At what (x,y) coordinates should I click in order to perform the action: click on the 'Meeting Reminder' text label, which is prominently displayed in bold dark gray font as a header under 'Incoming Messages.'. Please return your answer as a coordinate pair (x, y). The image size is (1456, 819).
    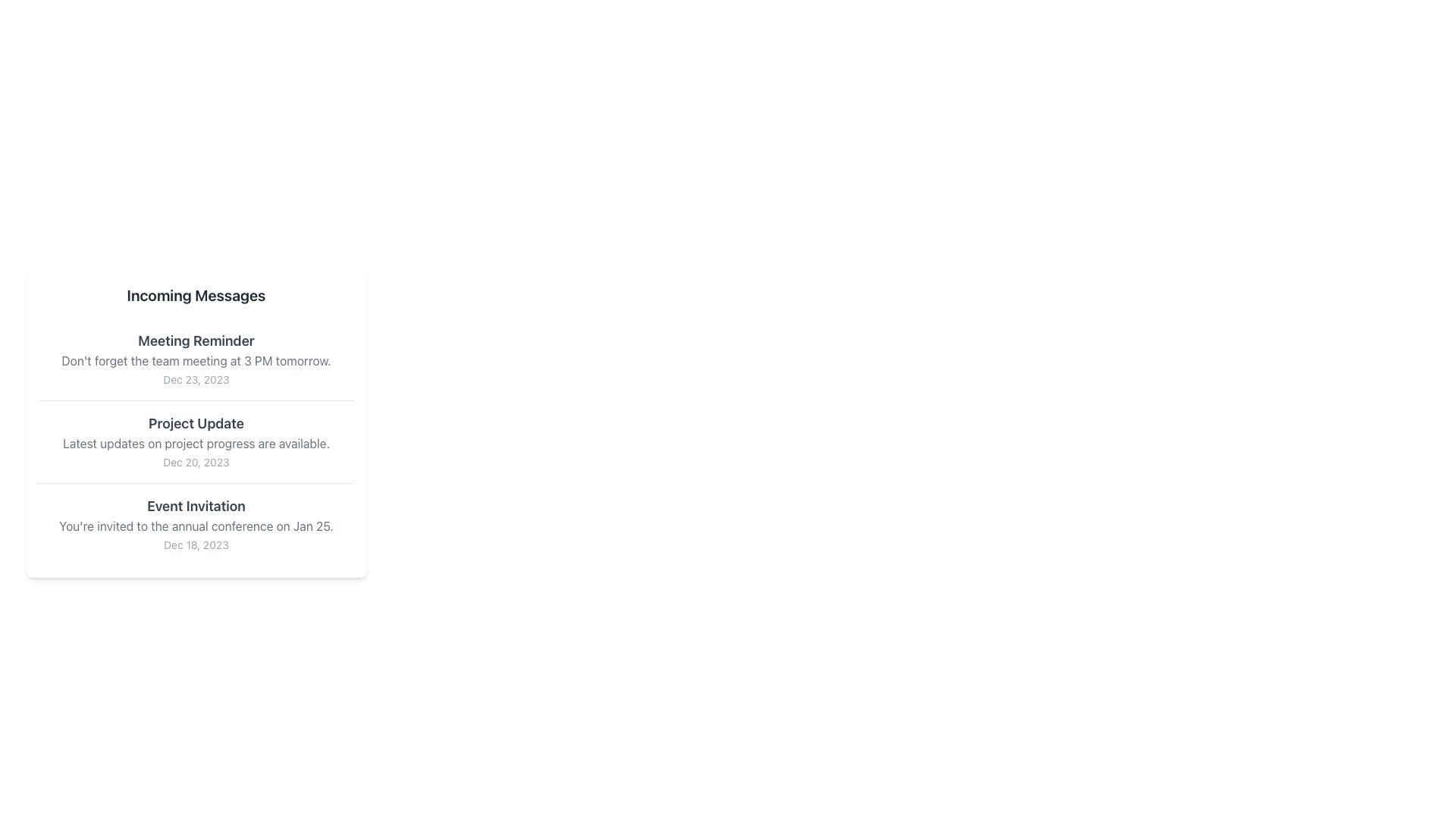
    Looking at the image, I should click on (196, 341).